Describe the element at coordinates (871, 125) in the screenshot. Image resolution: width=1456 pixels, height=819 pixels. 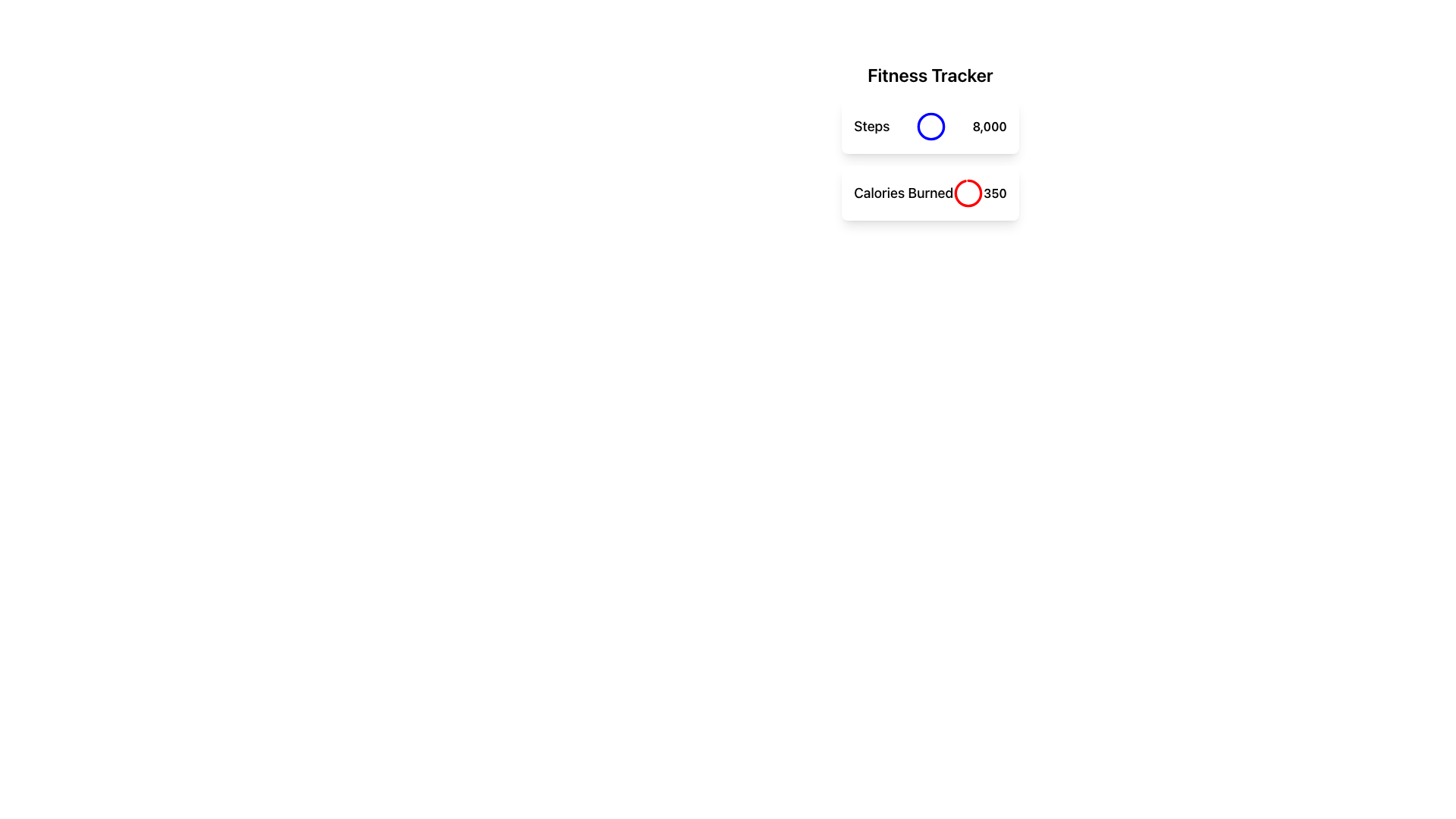
I see `the static text label that indicates the type of data displayed, specifically informing the user about 'Steps.'` at that location.